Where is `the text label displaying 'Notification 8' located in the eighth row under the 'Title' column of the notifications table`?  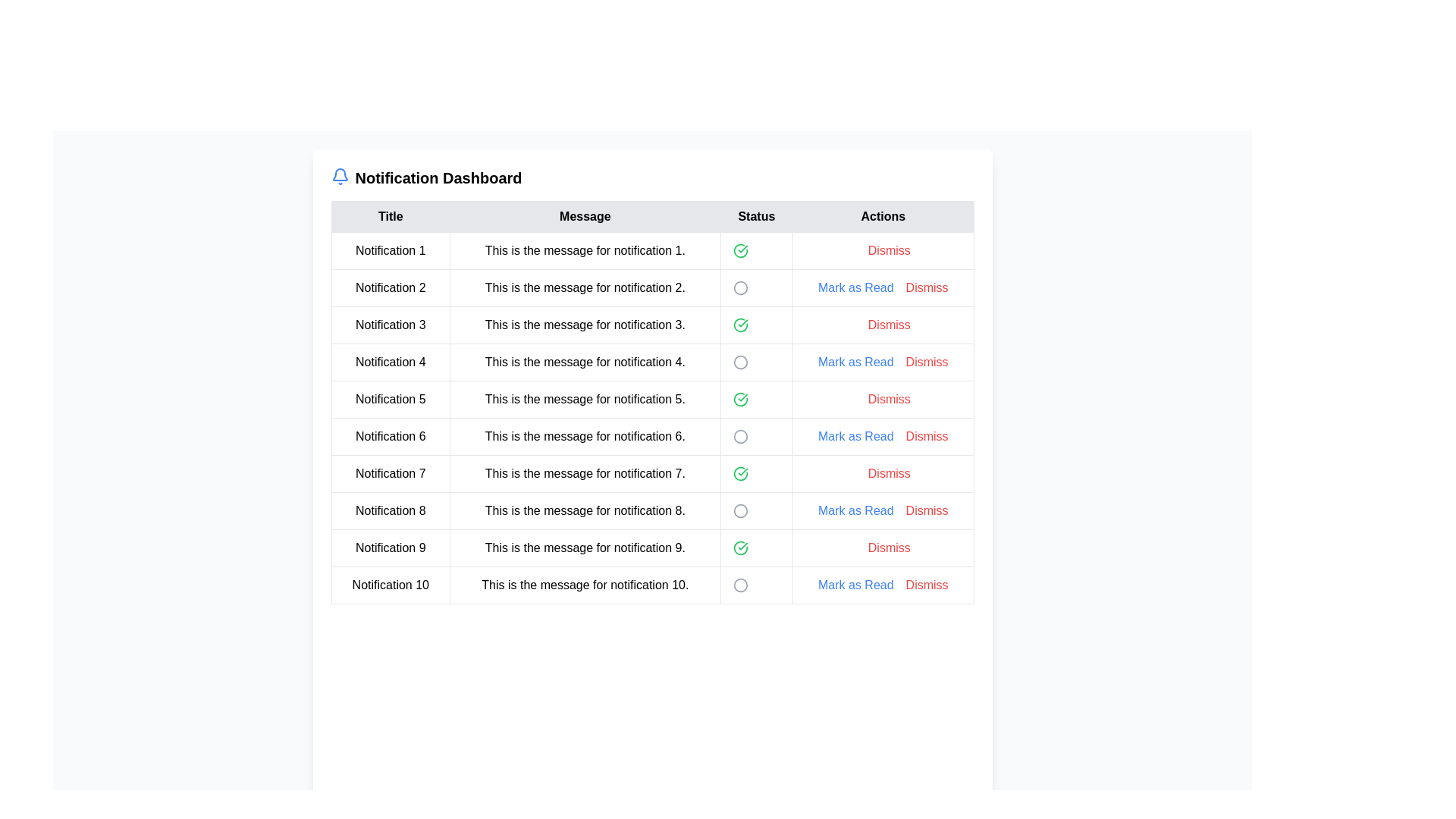
the text label displaying 'Notification 8' located in the eighth row under the 'Title' column of the notifications table is located at coordinates (391, 511).